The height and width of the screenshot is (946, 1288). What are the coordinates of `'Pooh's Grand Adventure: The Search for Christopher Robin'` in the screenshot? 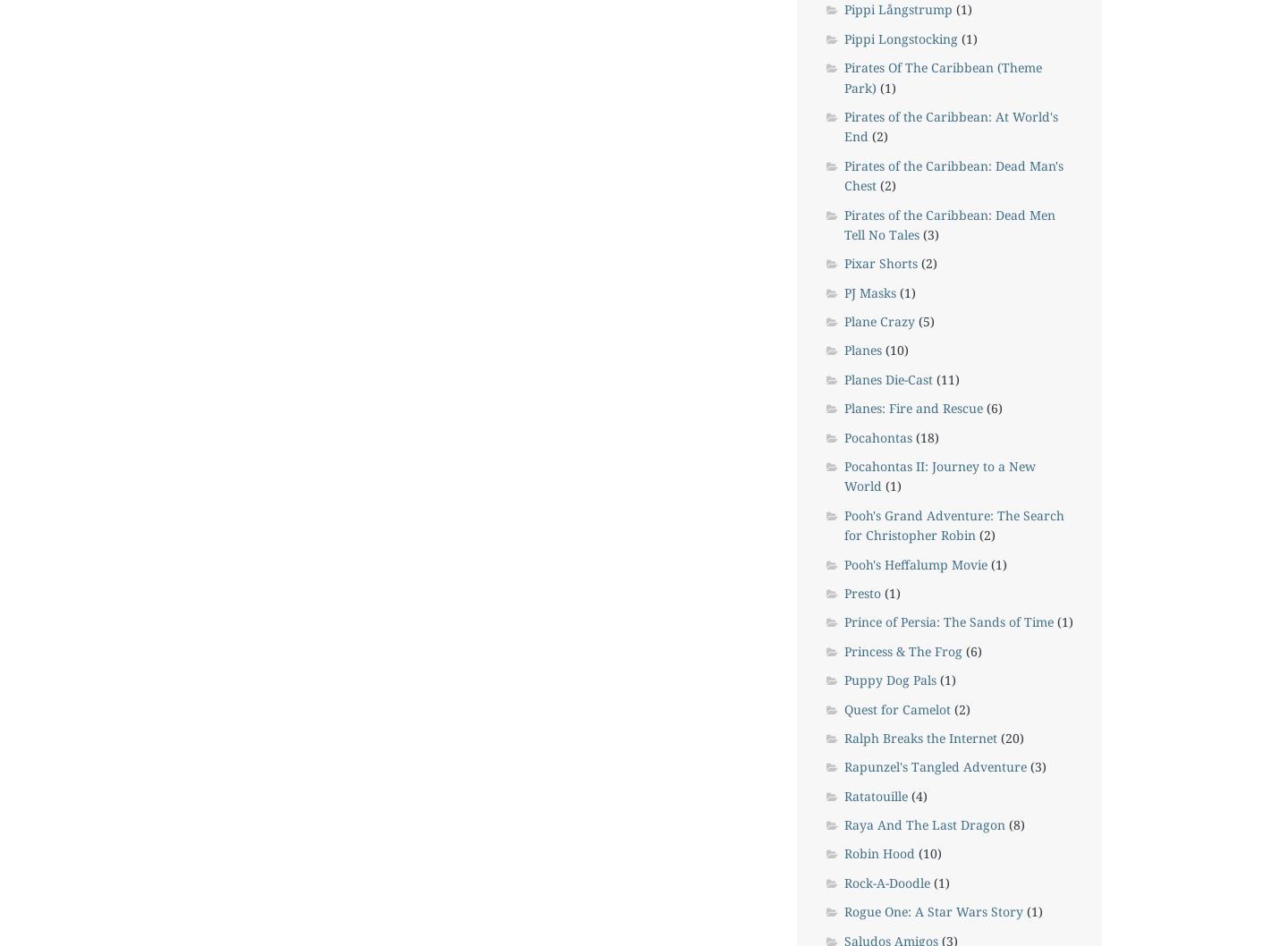 It's located at (953, 524).